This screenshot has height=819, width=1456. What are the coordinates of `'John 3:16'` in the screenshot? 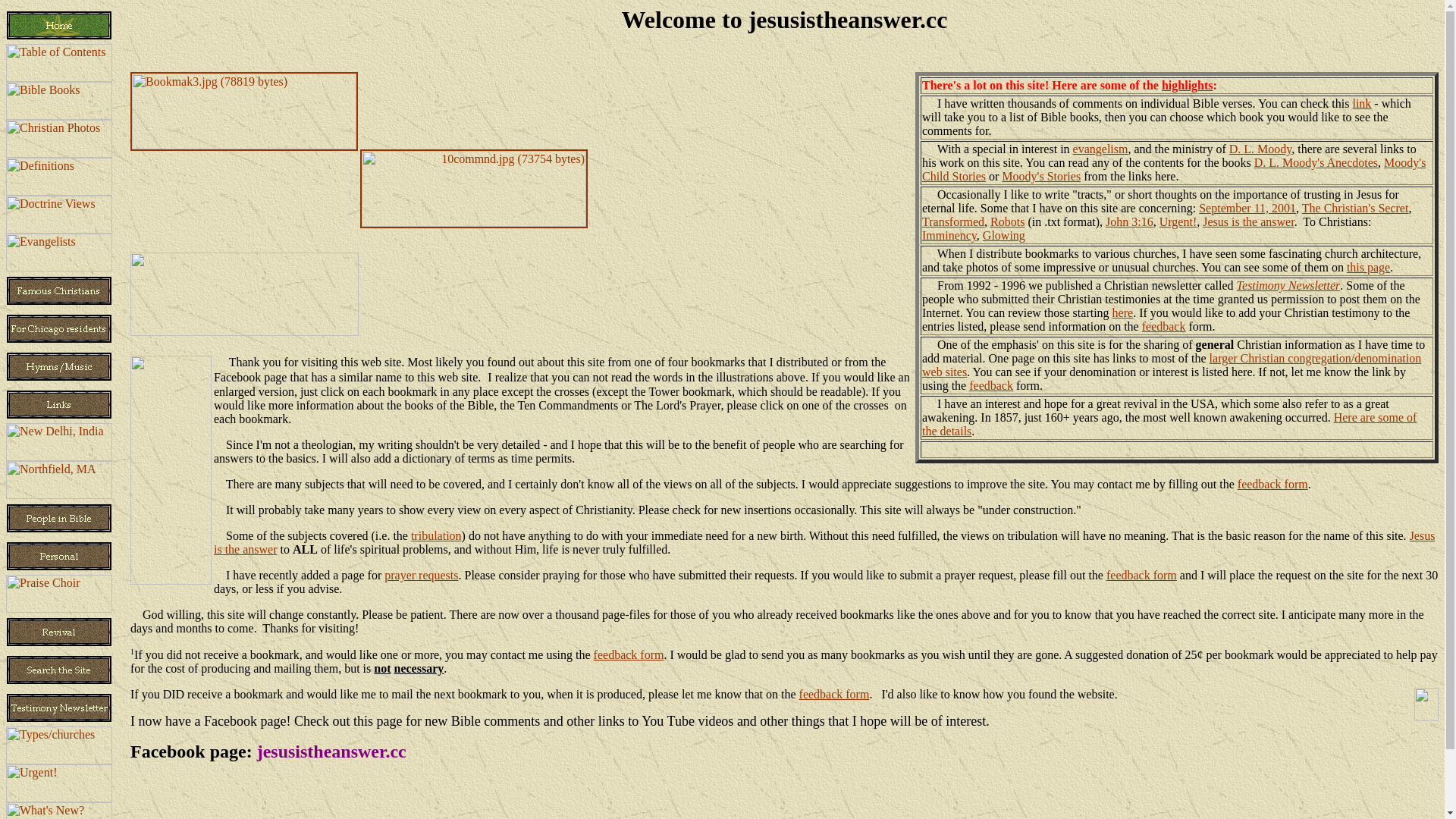 It's located at (1129, 221).